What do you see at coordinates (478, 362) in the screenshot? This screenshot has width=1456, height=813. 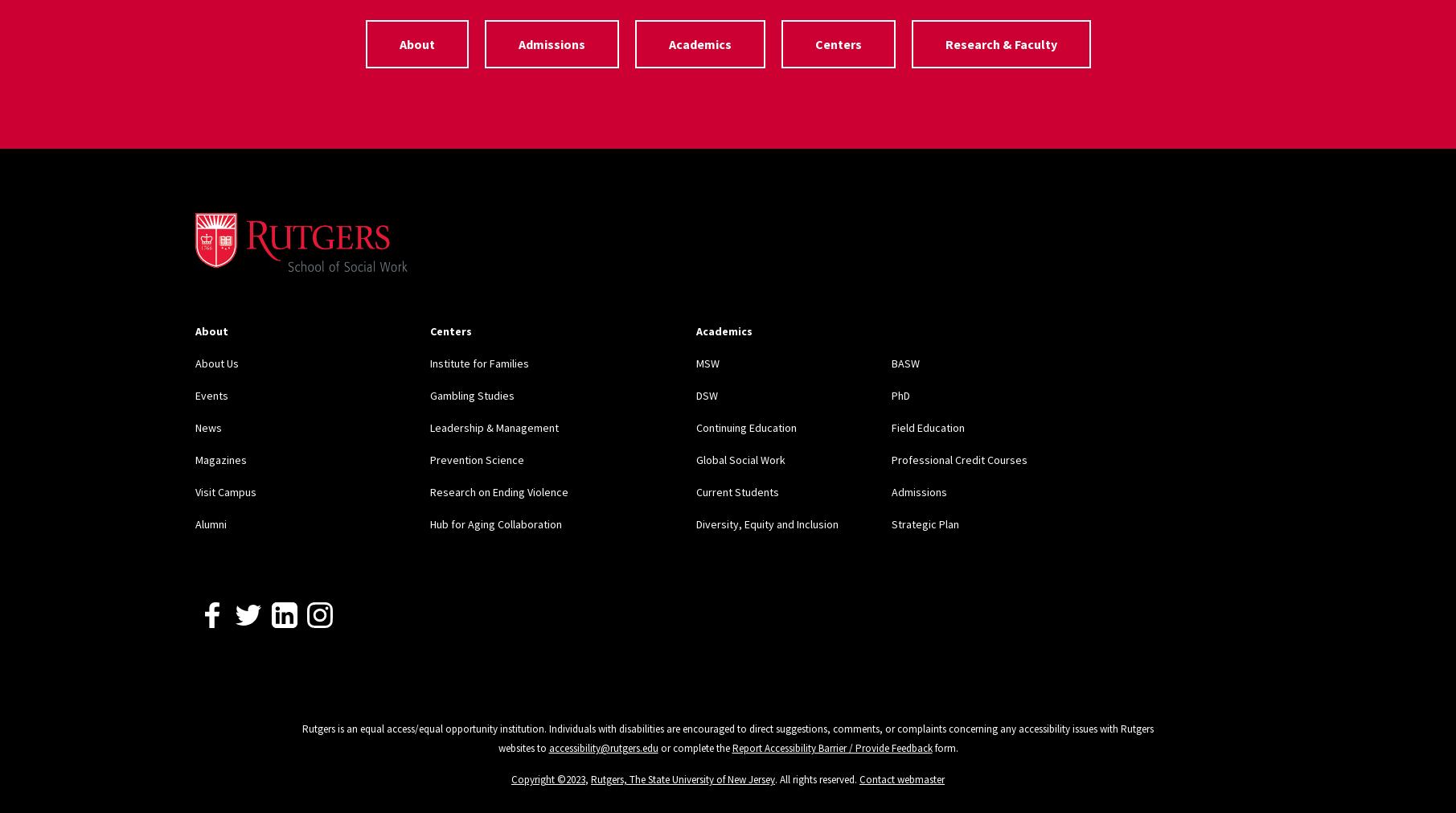 I see `'Institute for Families'` at bounding box center [478, 362].